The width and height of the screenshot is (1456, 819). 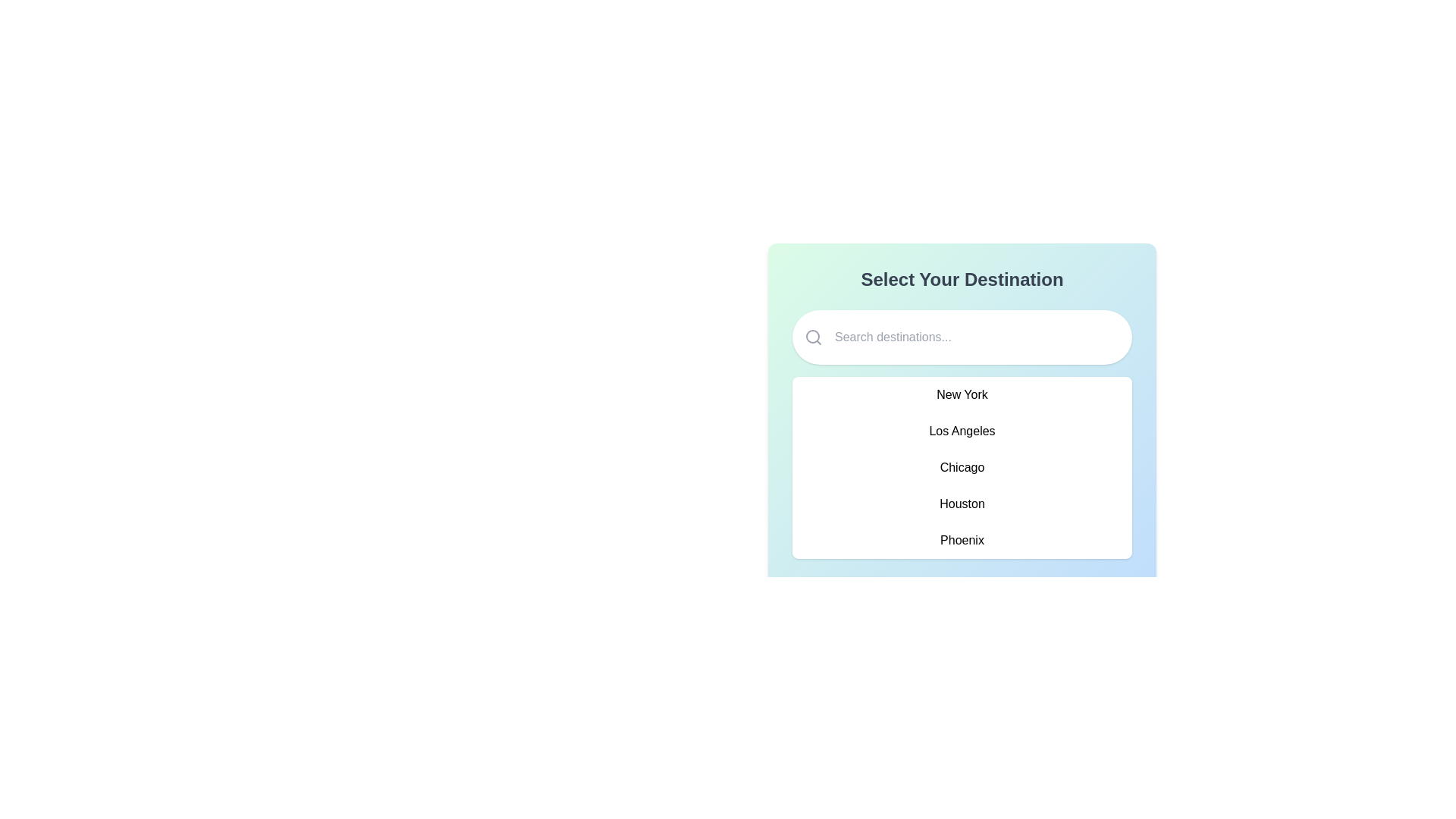 I want to click on the 'Los Angeles' clickable list item, so click(x=961, y=431).